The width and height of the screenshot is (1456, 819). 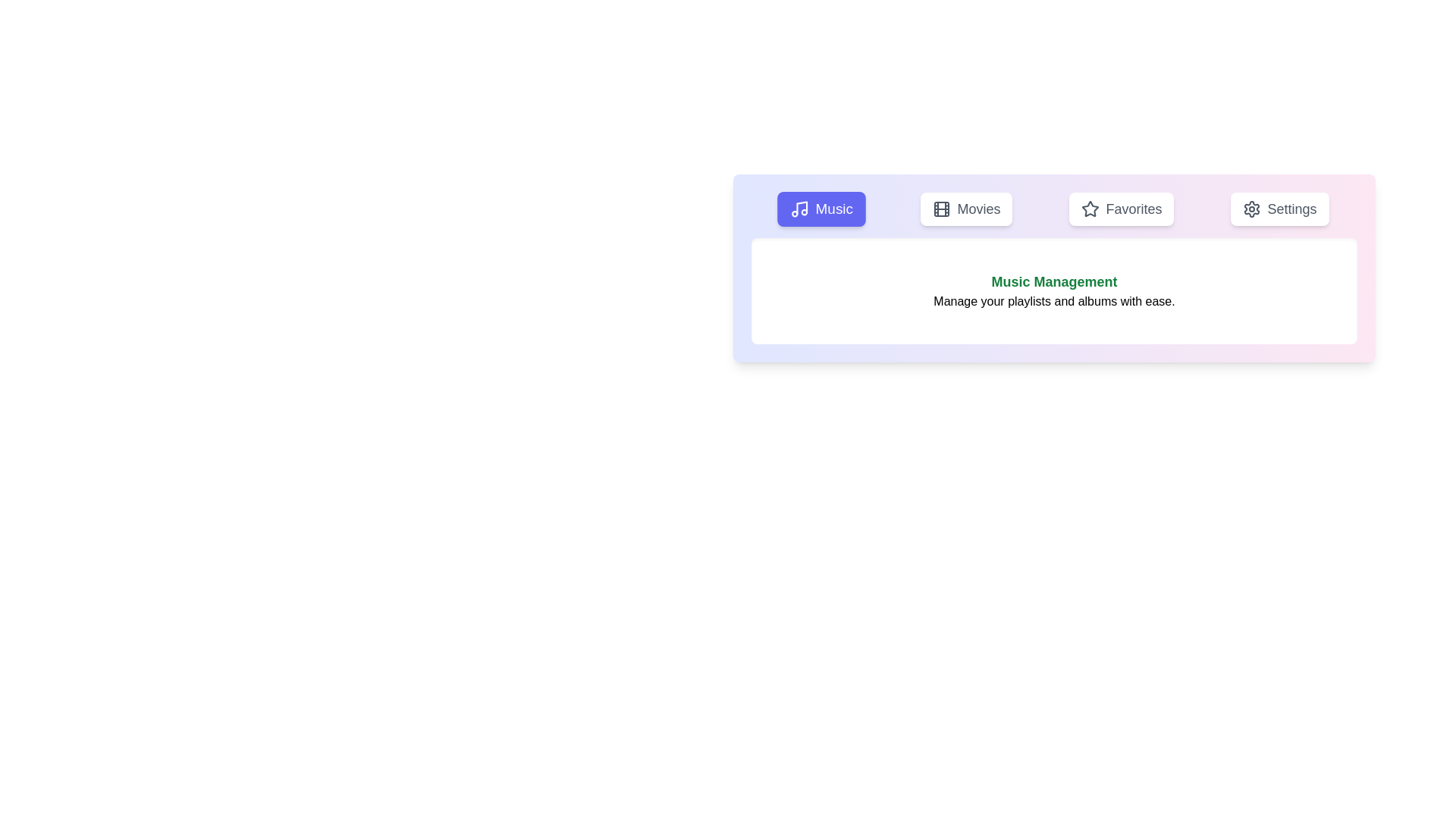 I want to click on the Music tab by clicking on its respective button, so click(x=821, y=209).